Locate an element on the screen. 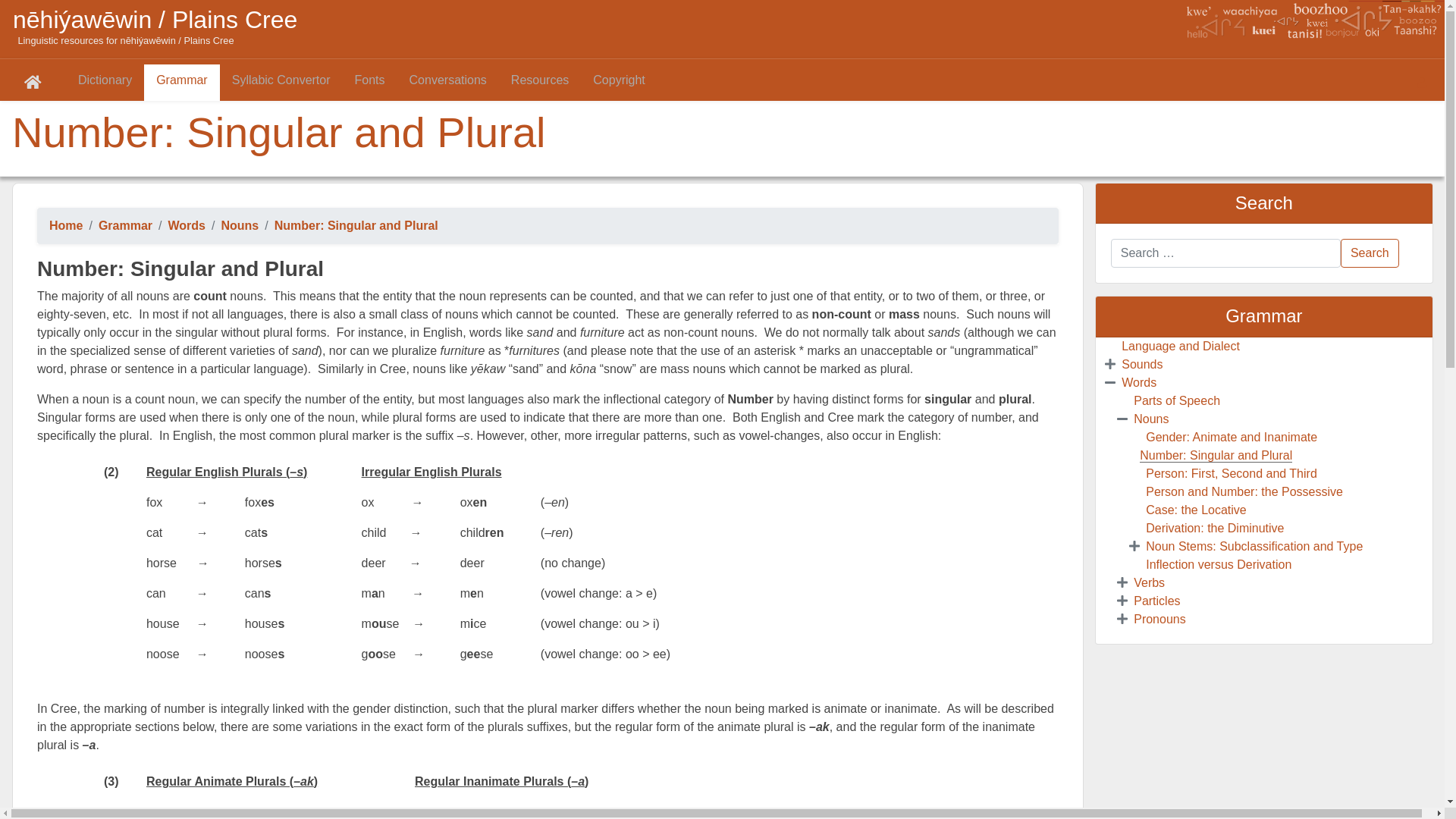  'Number: Singular and Plural' is located at coordinates (1216, 455).